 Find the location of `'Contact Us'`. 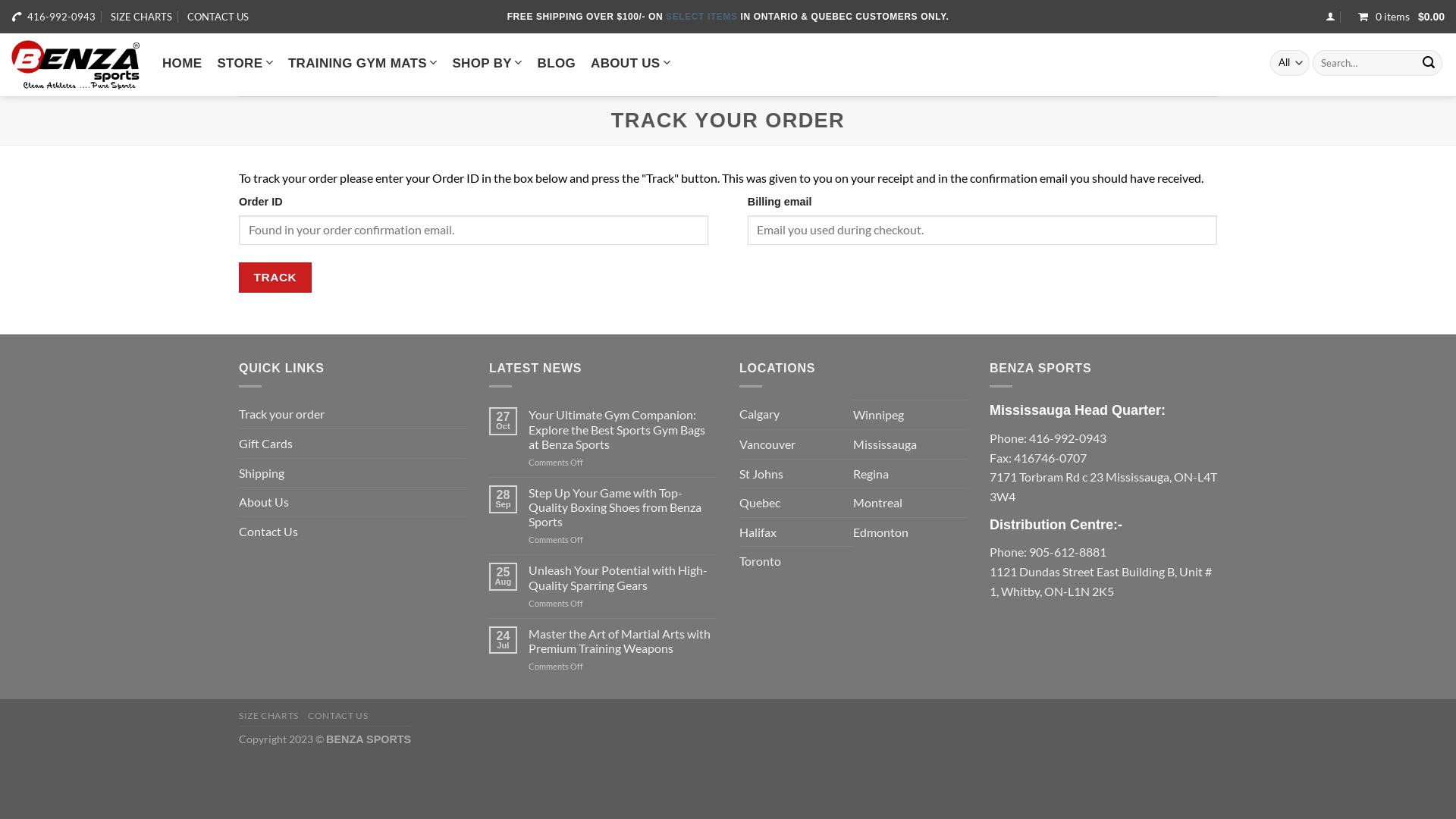

'Contact Us' is located at coordinates (268, 531).